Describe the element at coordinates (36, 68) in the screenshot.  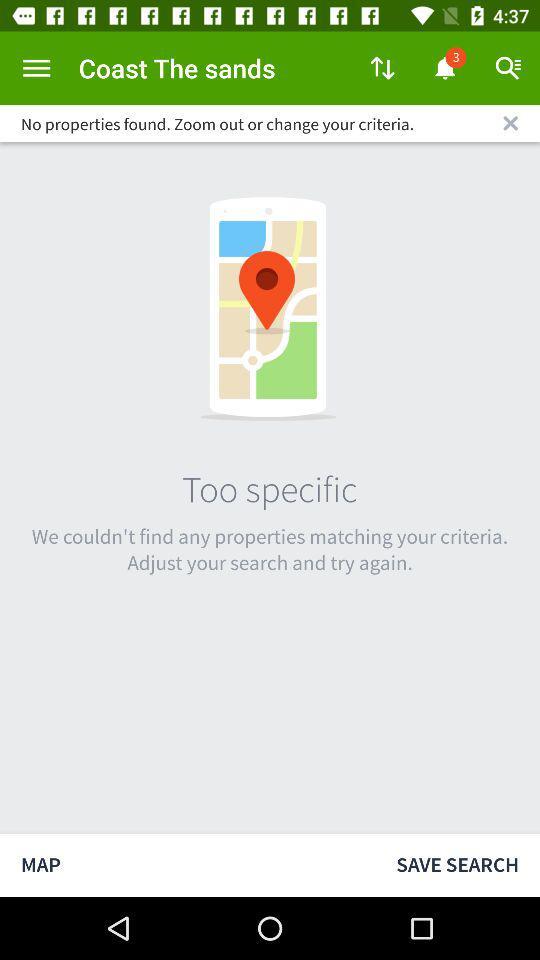
I see `open menu` at that location.